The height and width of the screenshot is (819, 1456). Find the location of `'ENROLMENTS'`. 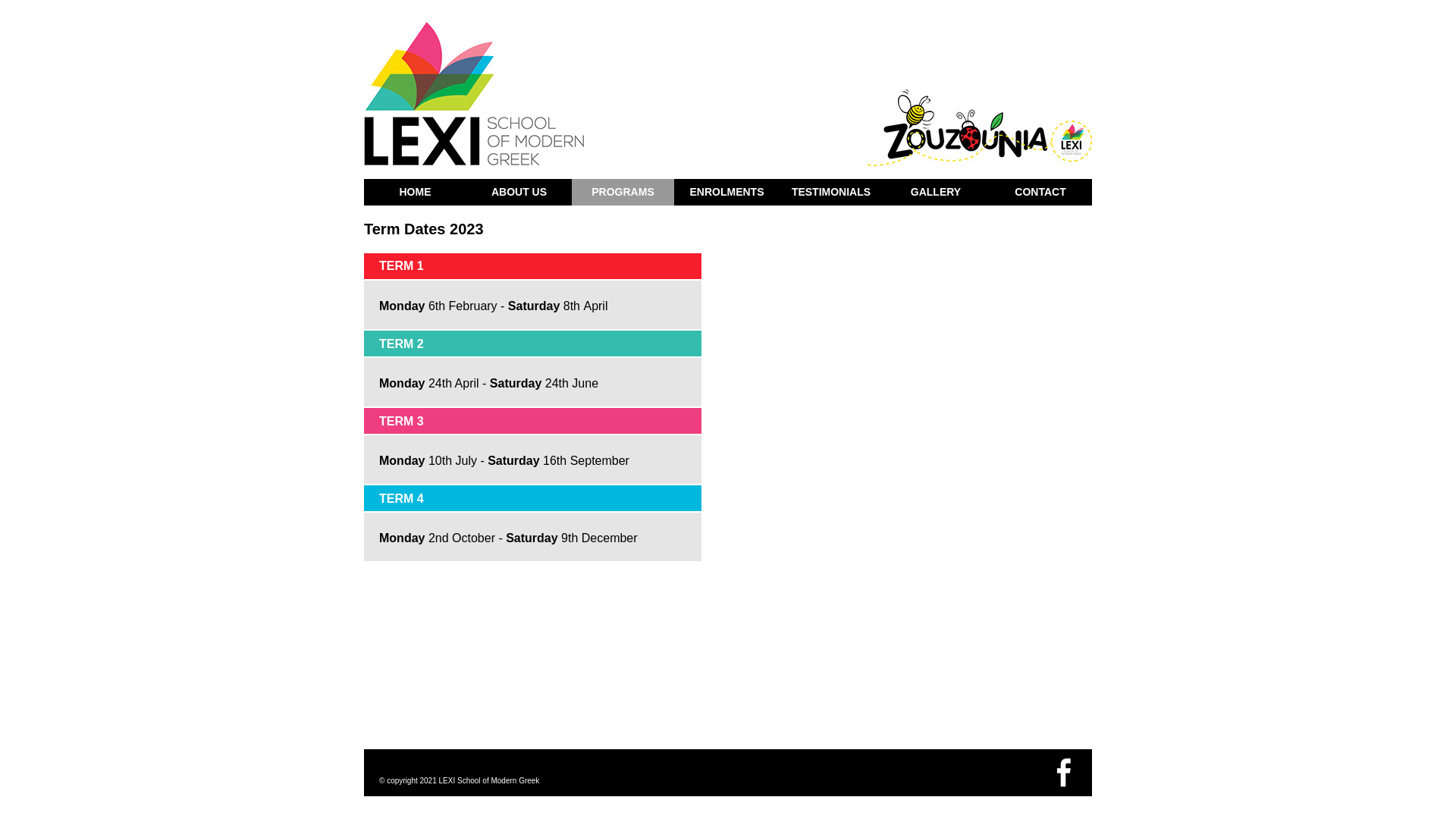

'ENROLMENTS' is located at coordinates (726, 191).